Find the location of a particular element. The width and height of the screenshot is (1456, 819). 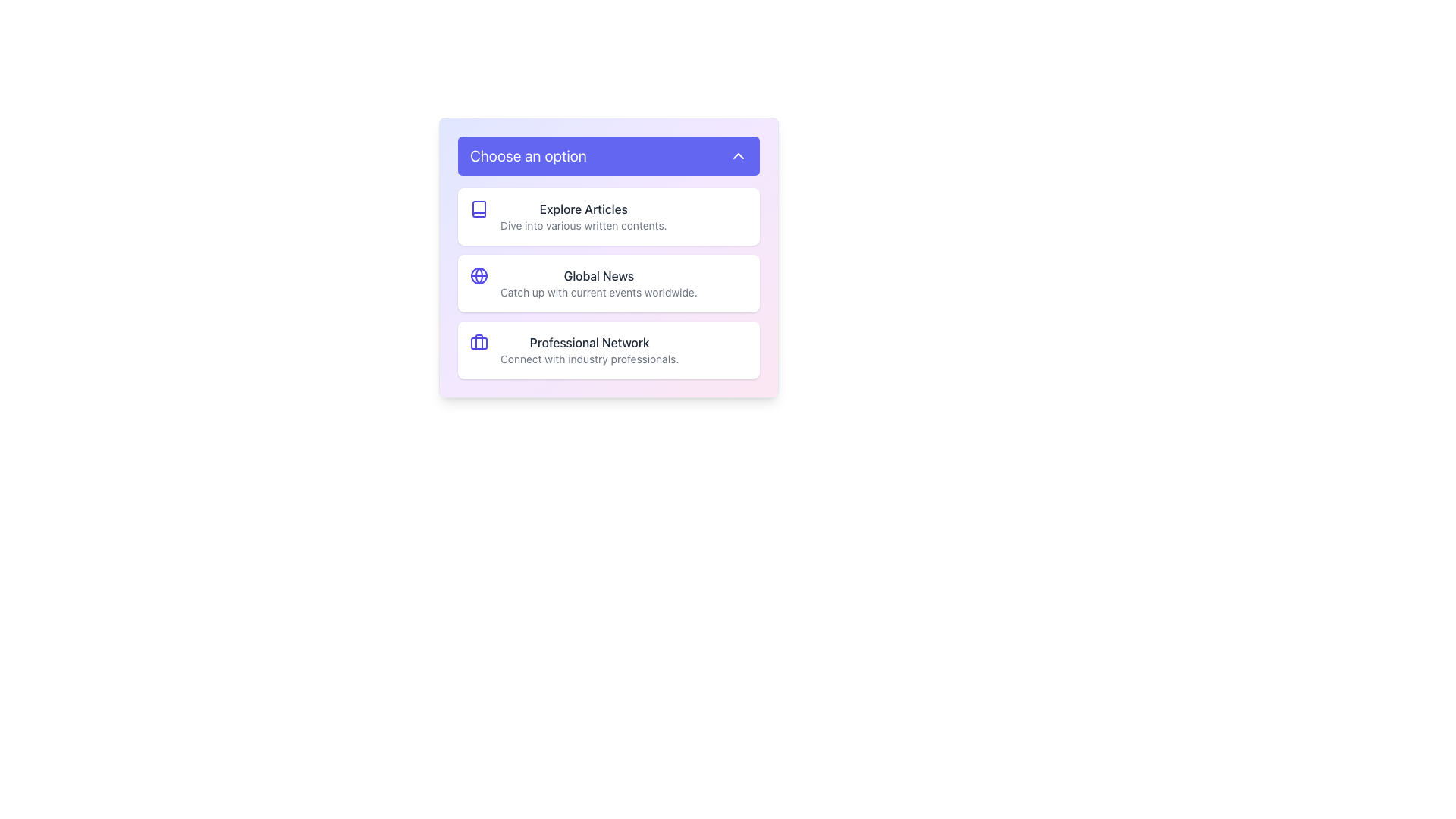

the decorative globe icon representing 'Global News' located in the second interactive option of the vertical list is located at coordinates (479, 275).